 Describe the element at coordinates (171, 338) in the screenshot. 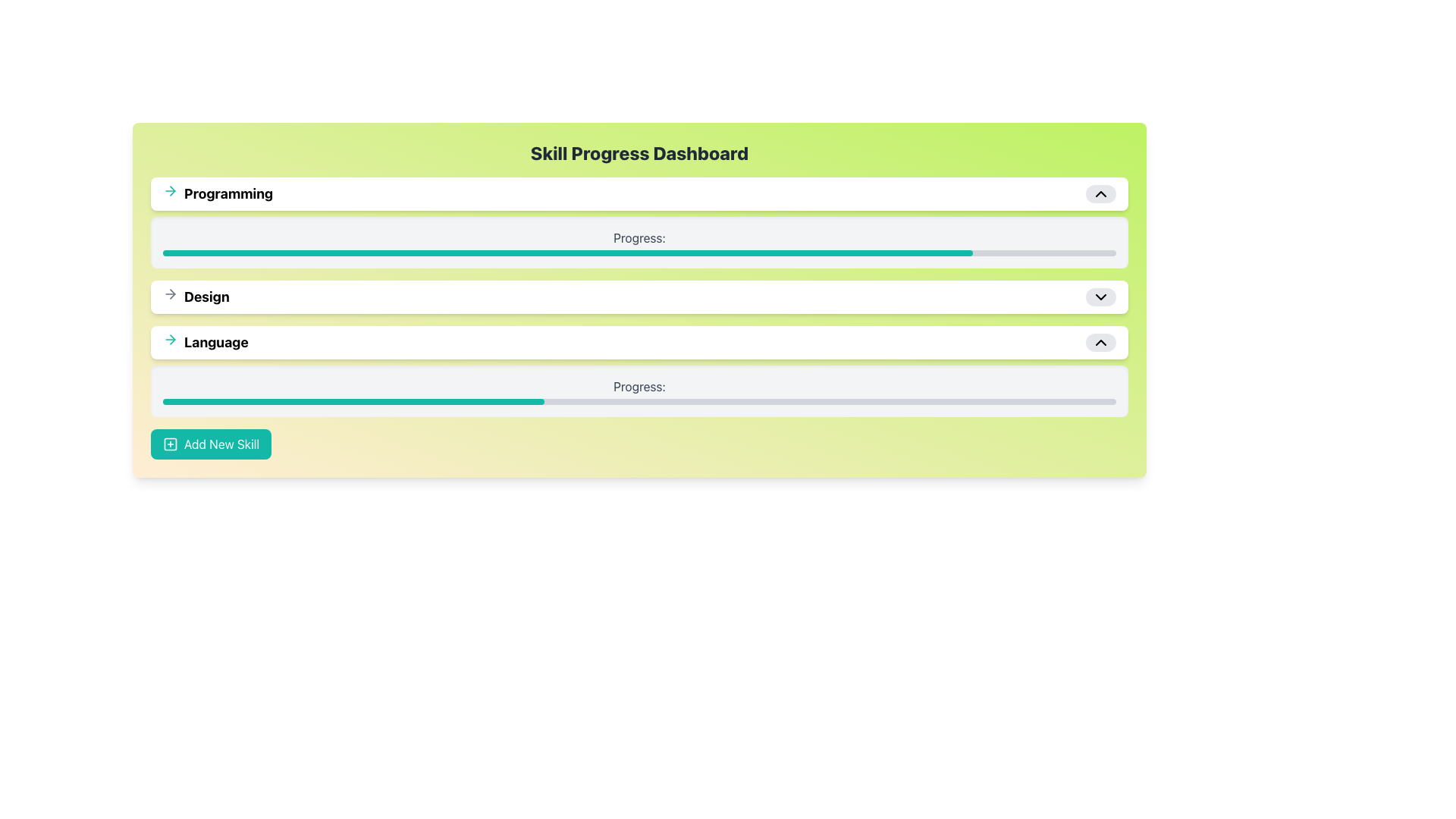

I see `the arrow icon located to the left of the 'Language' label, which indicates progression or navigation within the 'Language' section` at that location.